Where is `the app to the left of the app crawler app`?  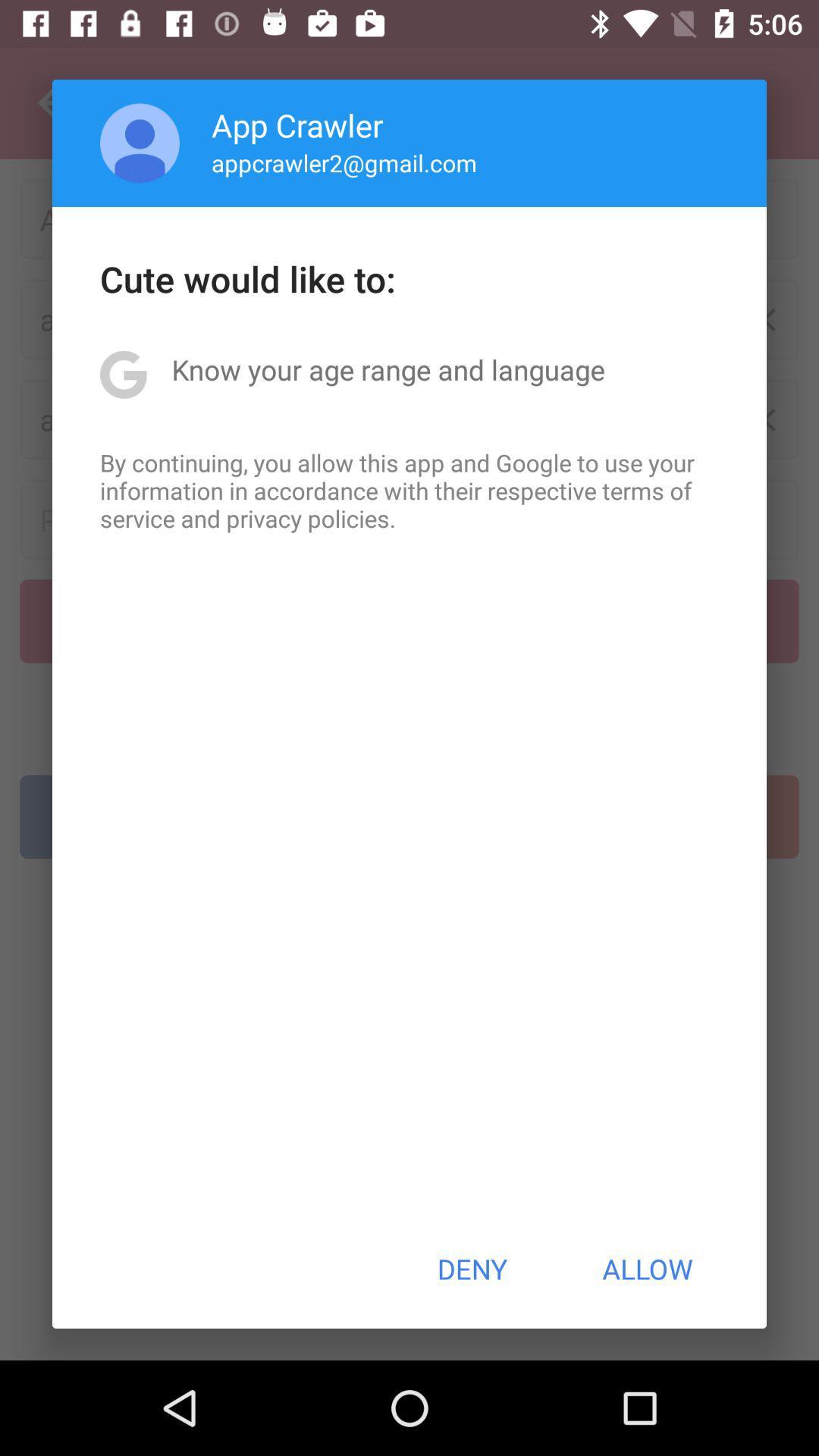 the app to the left of the app crawler app is located at coordinates (140, 143).